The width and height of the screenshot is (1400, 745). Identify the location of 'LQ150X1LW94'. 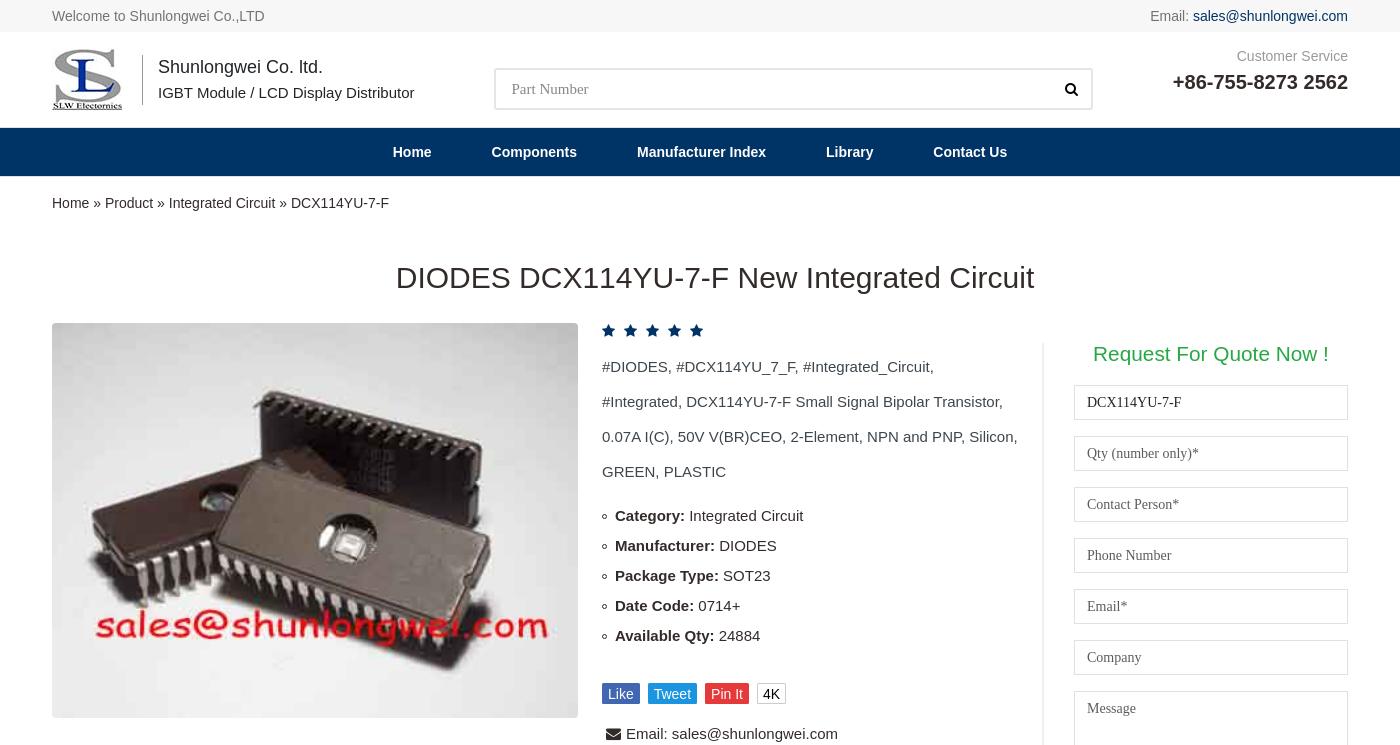
(368, 587).